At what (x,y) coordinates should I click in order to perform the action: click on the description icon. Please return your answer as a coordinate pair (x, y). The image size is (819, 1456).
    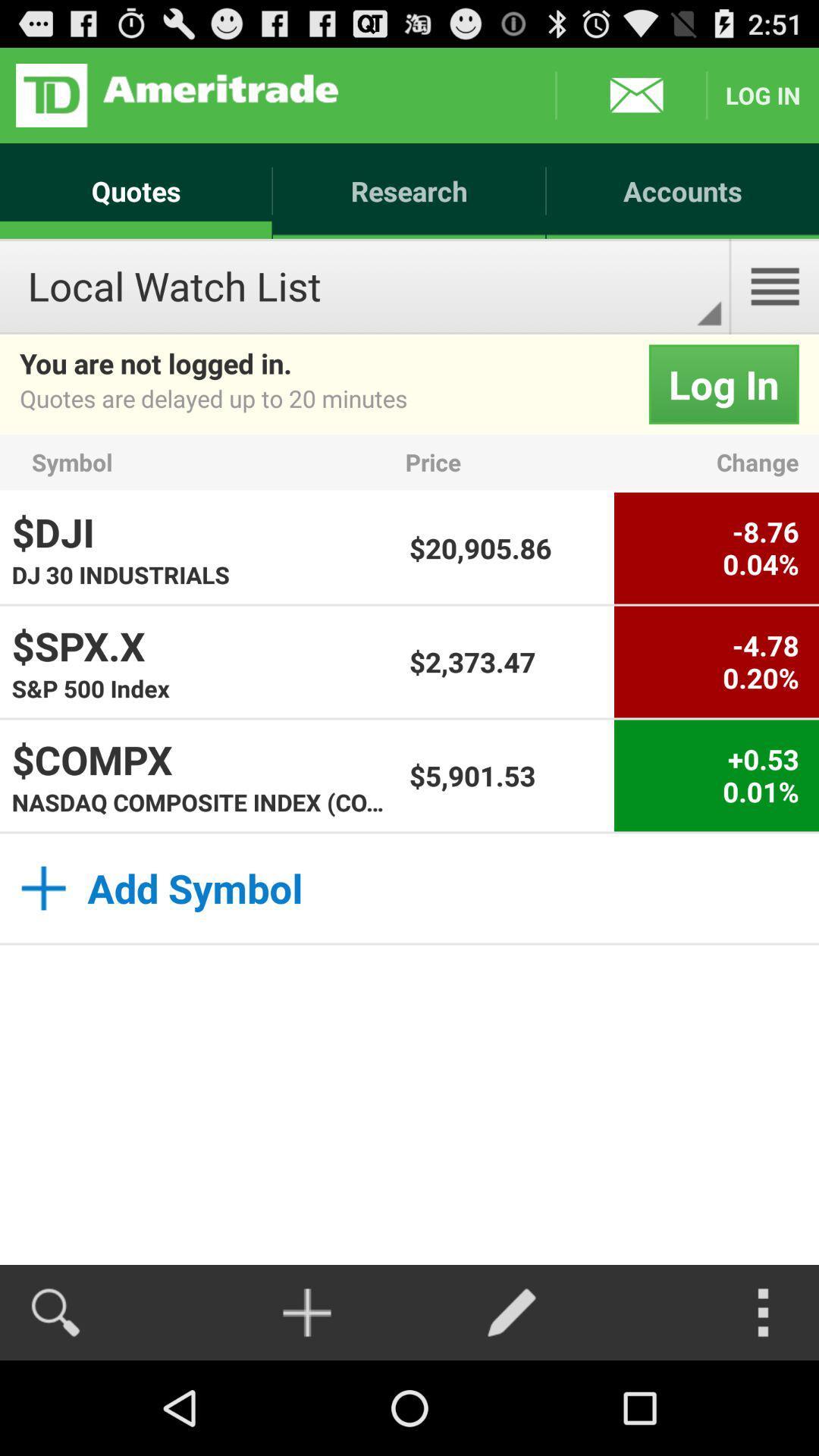
    Looking at the image, I should click on (775, 306).